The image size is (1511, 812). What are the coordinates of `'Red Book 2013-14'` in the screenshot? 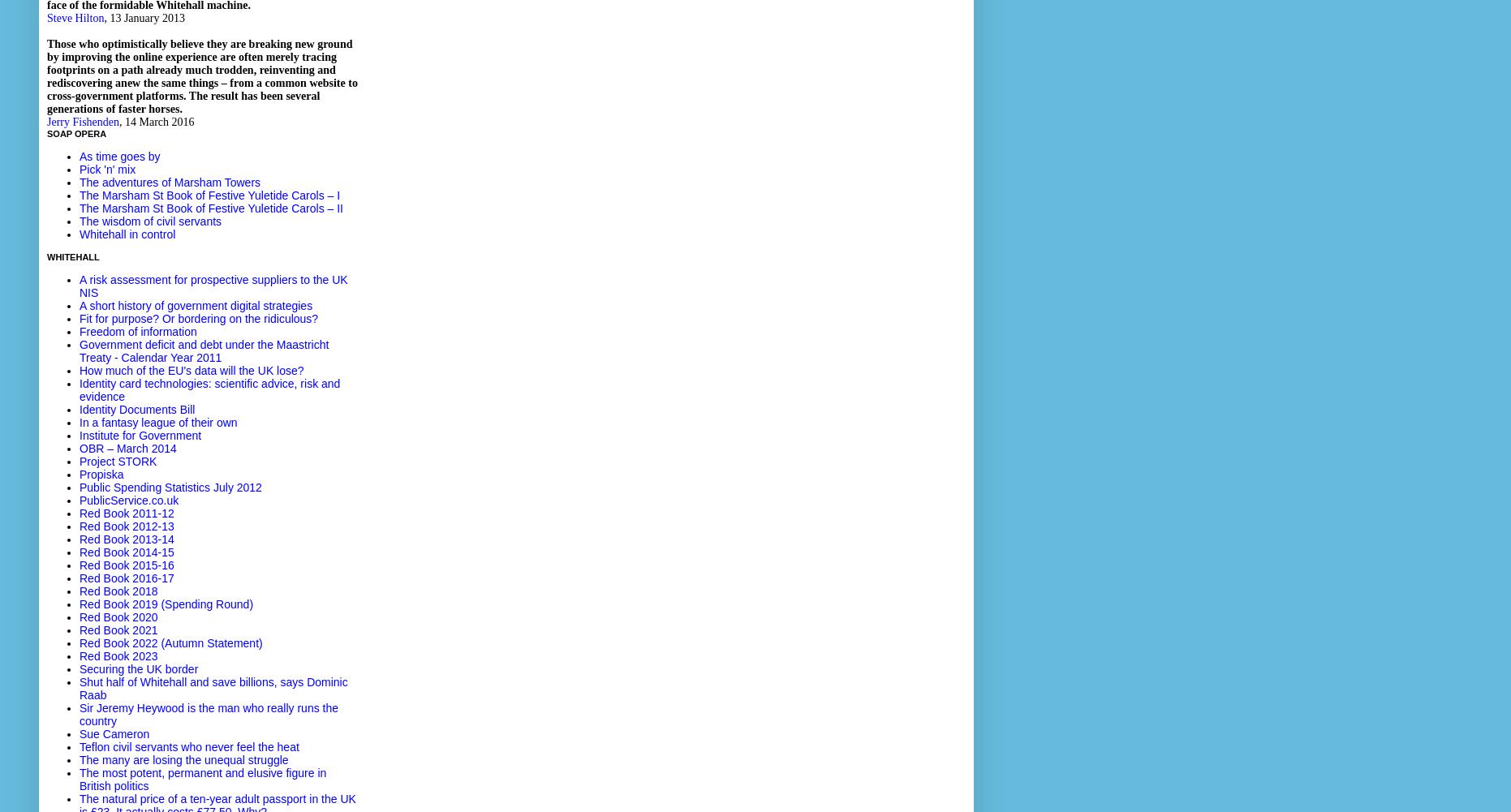 It's located at (79, 538).